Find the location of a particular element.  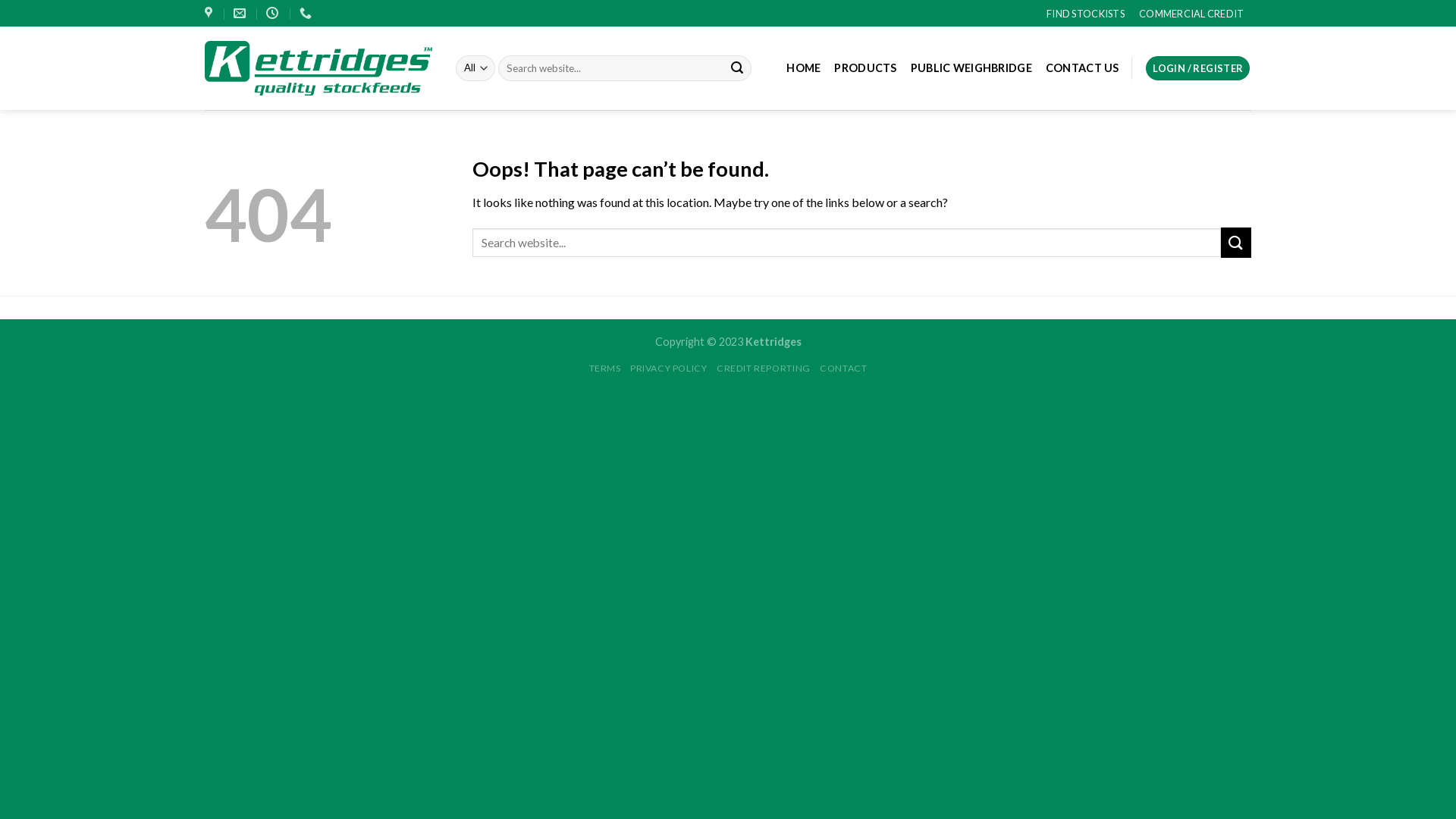

'Monday to Friday 8am - 4pm ' is located at coordinates (265, 13).